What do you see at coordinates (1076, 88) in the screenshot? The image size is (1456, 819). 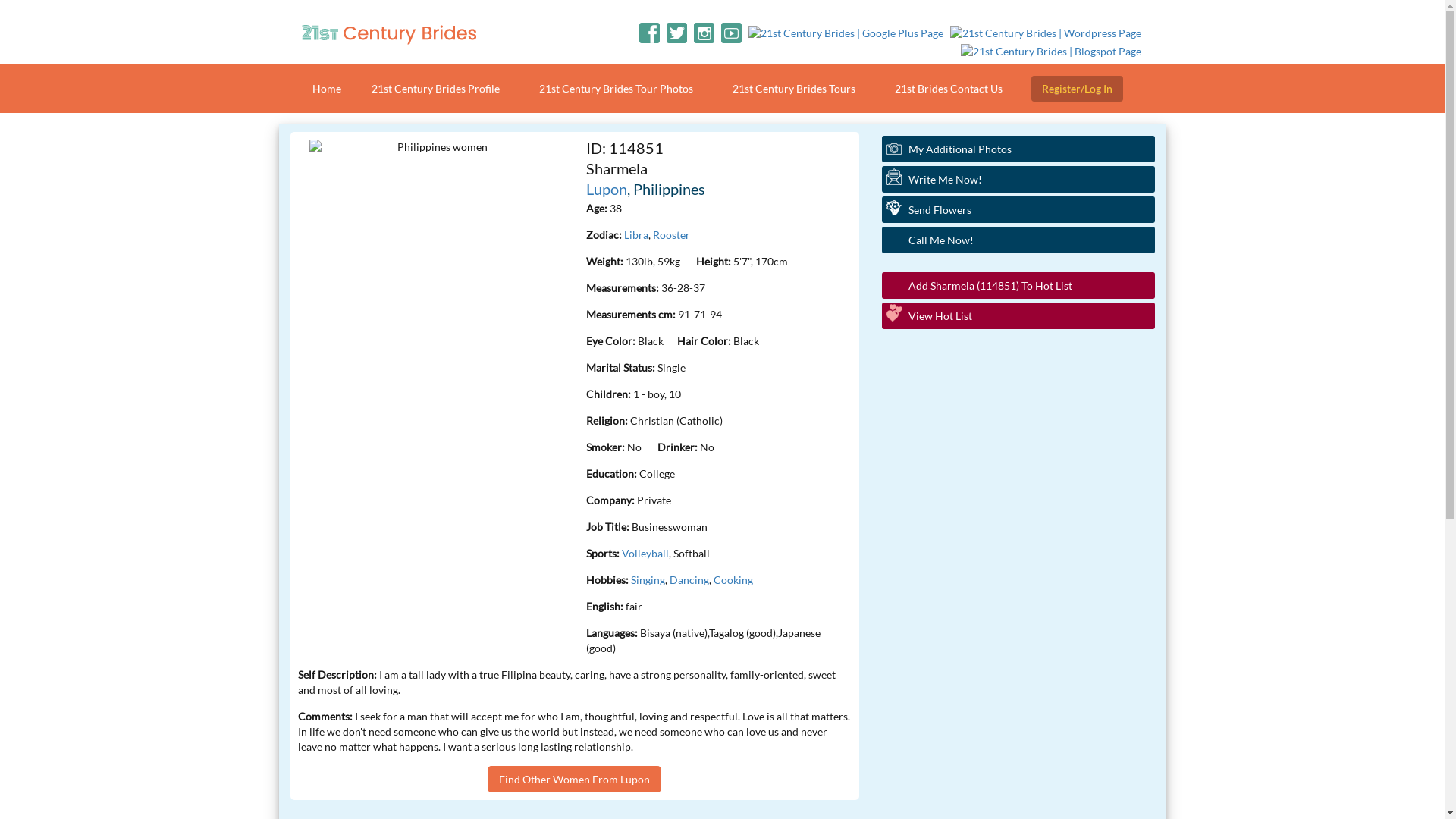 I see `'Register/Log In'` at bounding box center [1076, 88].